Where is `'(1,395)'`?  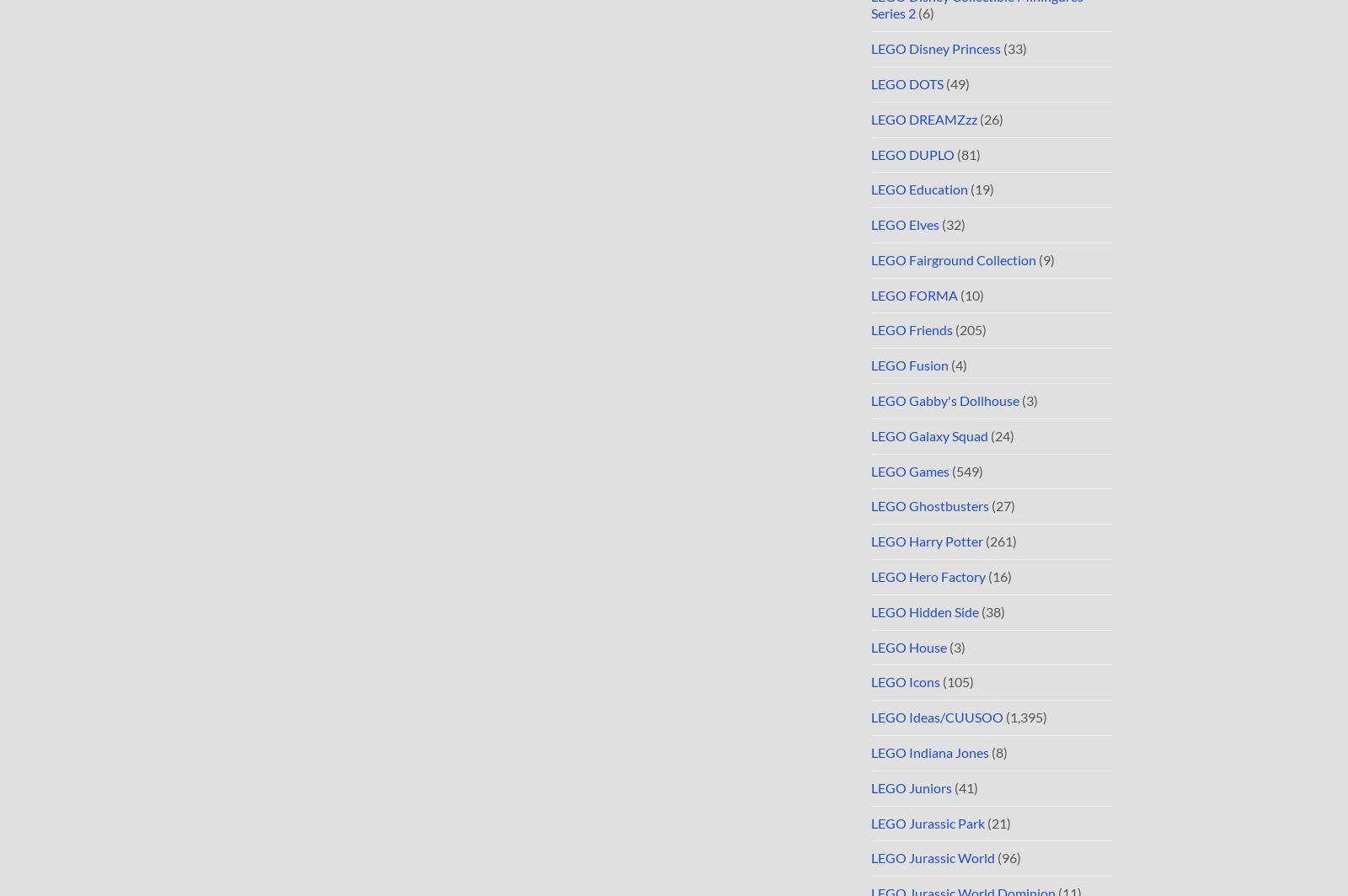
'(1,395)' is located at coordinates (1024, 717).